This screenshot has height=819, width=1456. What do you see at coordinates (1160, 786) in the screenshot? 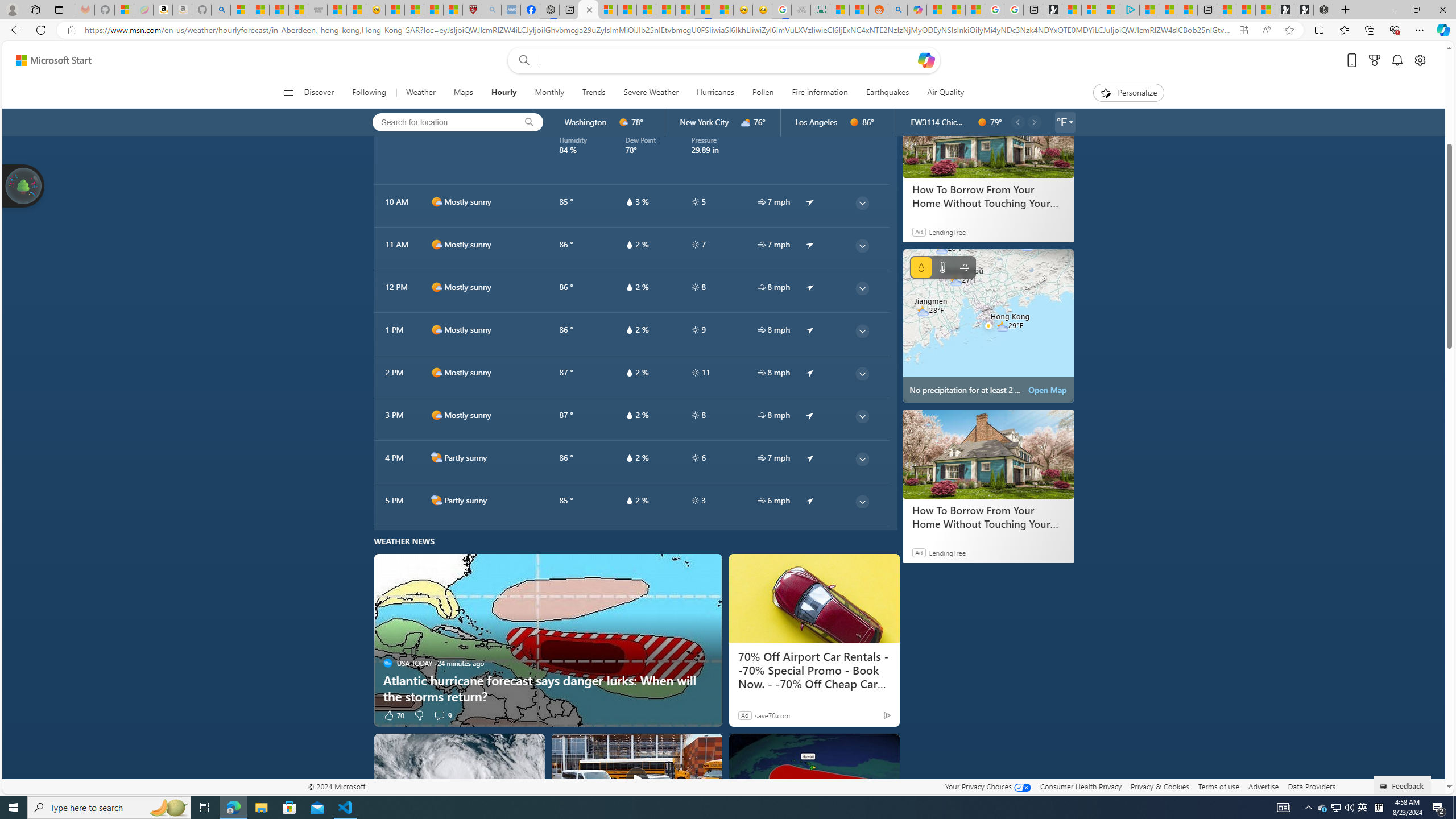
I see `'Privacy & Cookies'` at bounding box center [1160, 786].